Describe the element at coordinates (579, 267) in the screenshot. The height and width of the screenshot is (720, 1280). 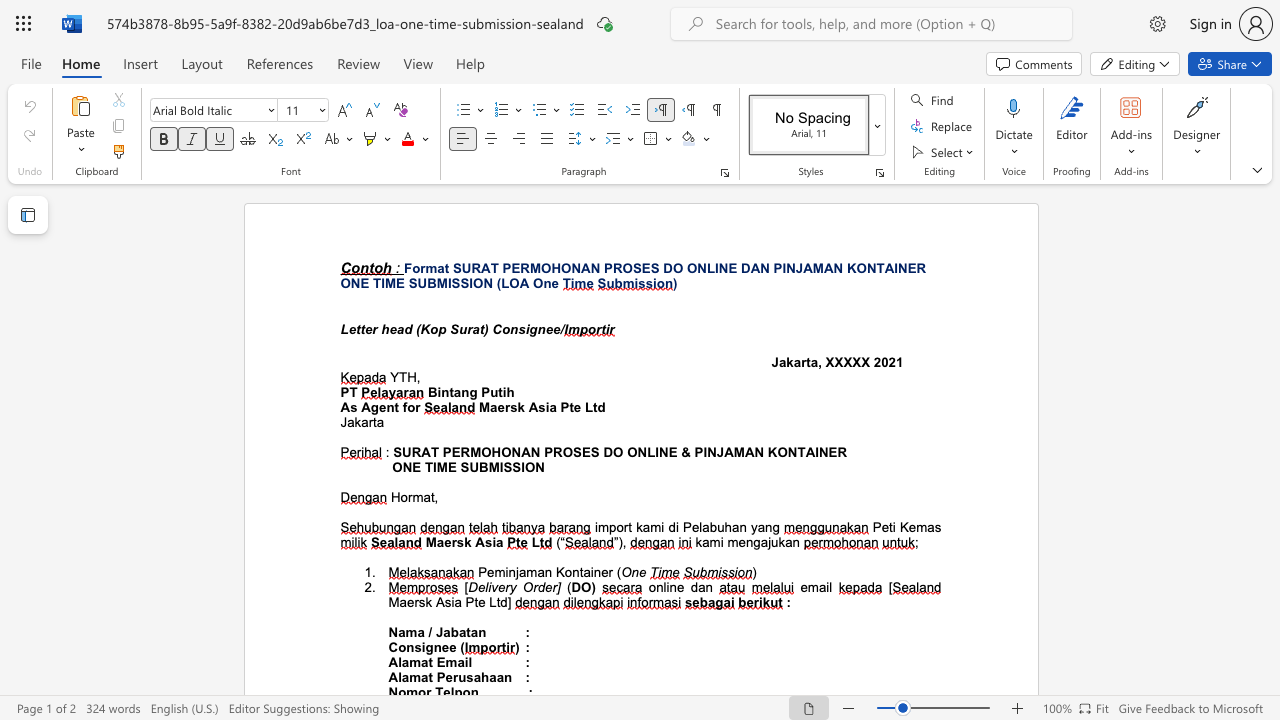
I see `the subset text "AN PR" within the text "SURAT PERMOHONAN PROSES DO ONLINE DAN PINJAMAN KONTAINER"` at that location.